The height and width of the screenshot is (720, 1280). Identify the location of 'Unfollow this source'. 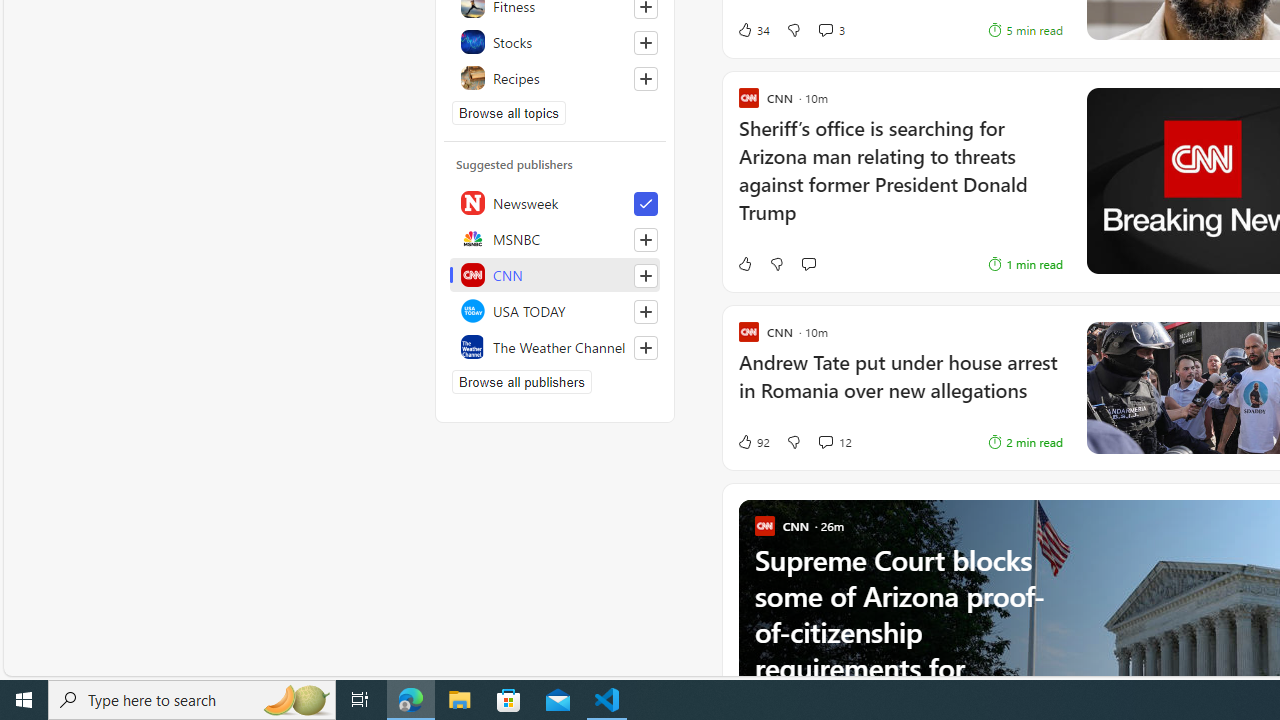
(645, 204).